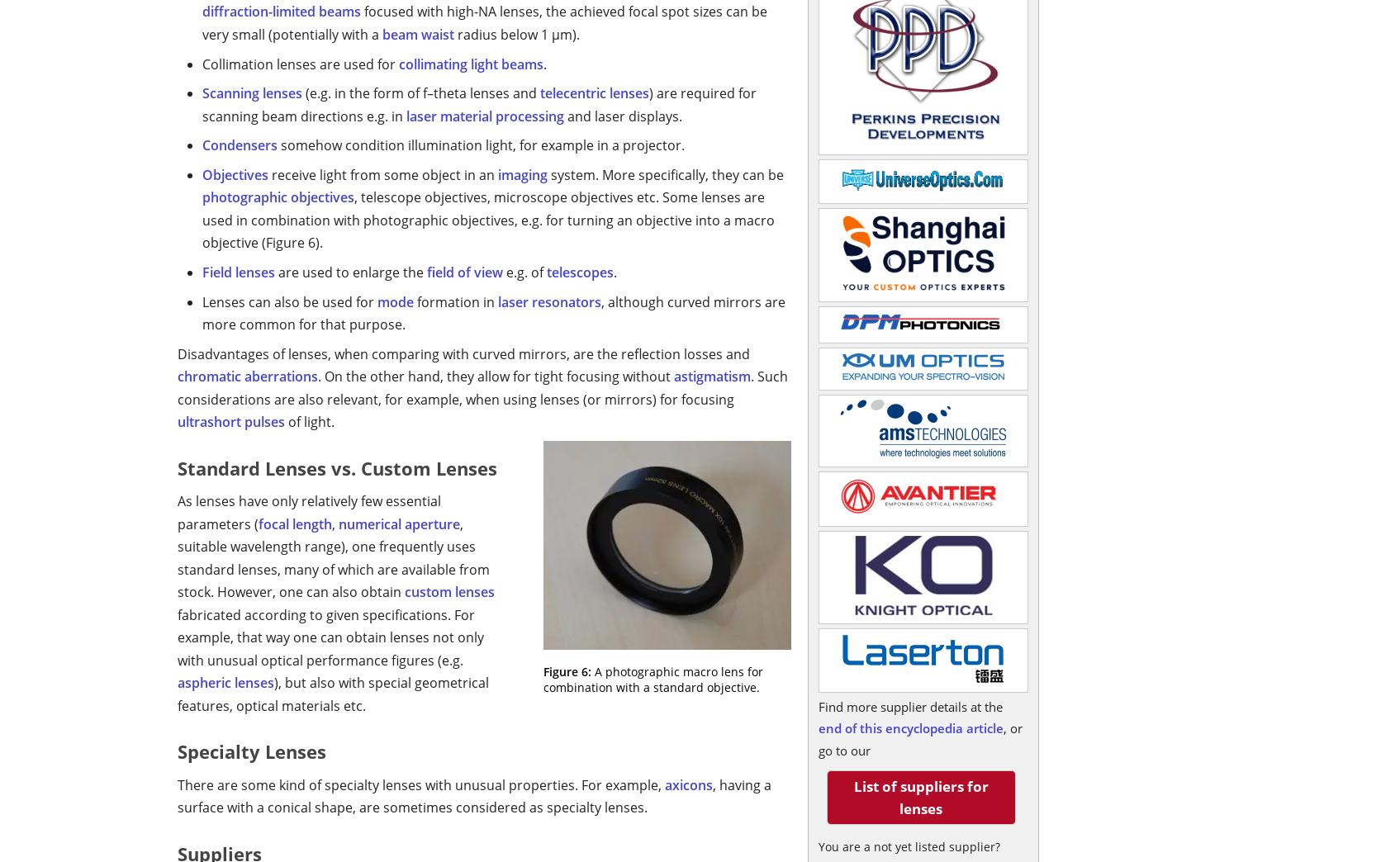 The image size is (1400, 862). Describe the element at coordinates (299, 64) in the screenshot. I see `'Collimation lenses are used for'` at that location.